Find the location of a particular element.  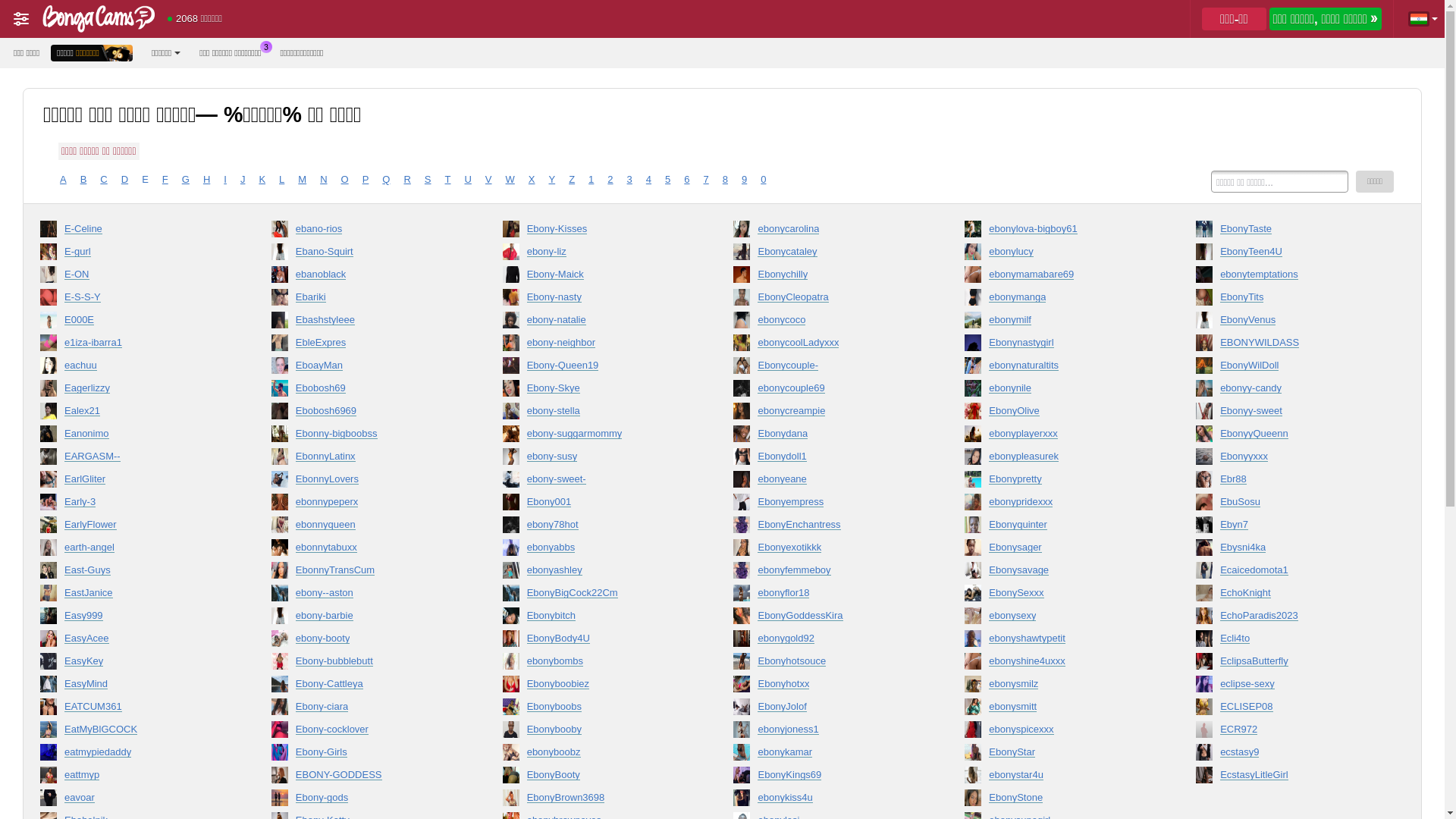

'EchoKnight' is located at coordinates (1288, 595).